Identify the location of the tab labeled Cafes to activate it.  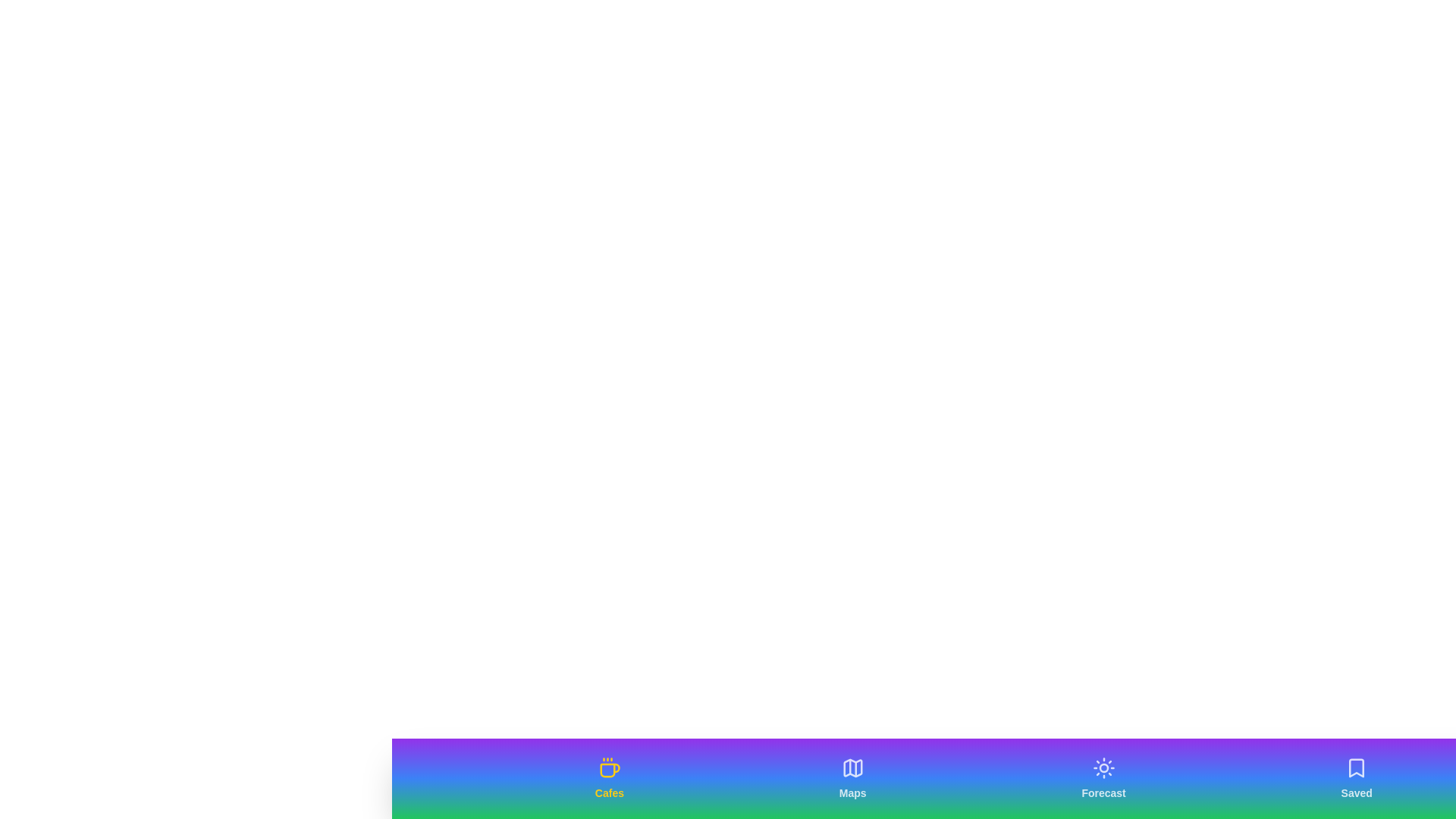
(609, 778).